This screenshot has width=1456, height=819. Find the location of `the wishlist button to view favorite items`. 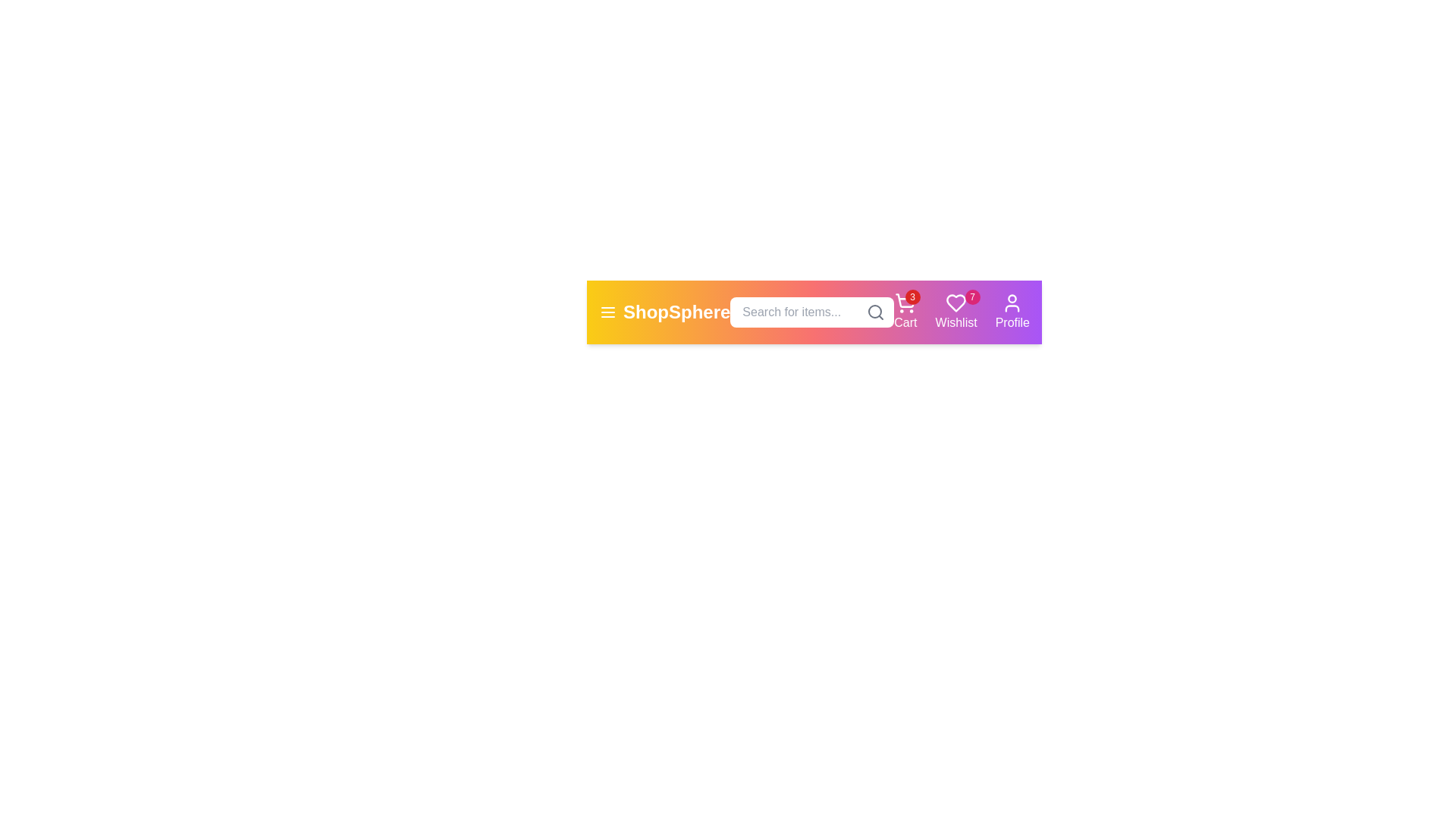

the wishlist button to view favorite items is located at coordinates (955, 312).